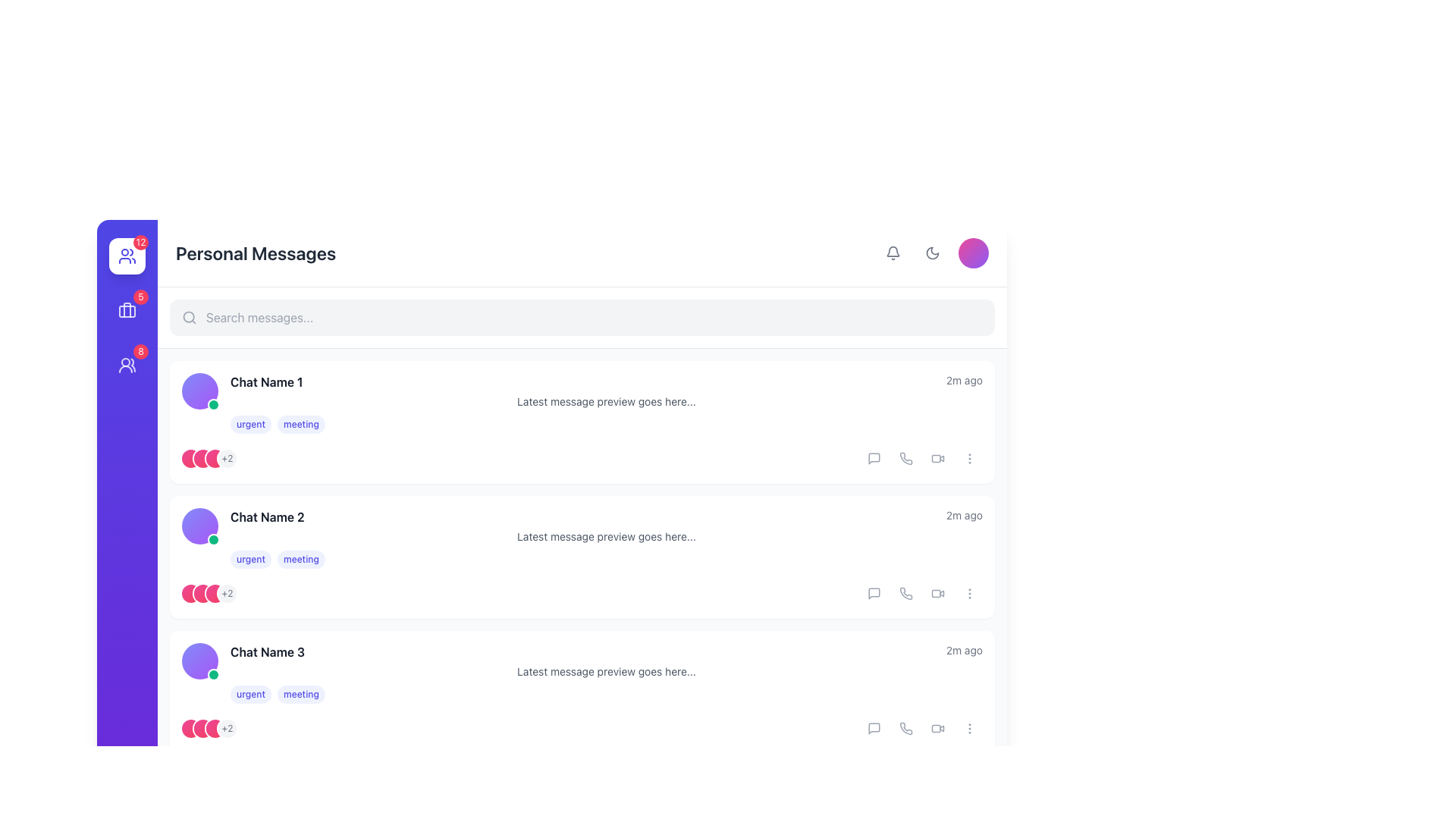 This screenshot has width=1456, height=819. Describe the element at coordinates (251, 694) in the screenshot. I see `the badge labeled 'urgent', which has a light indigo background and indigo text, located in the first position among two sibling tags in the third chat entry row` at that location.